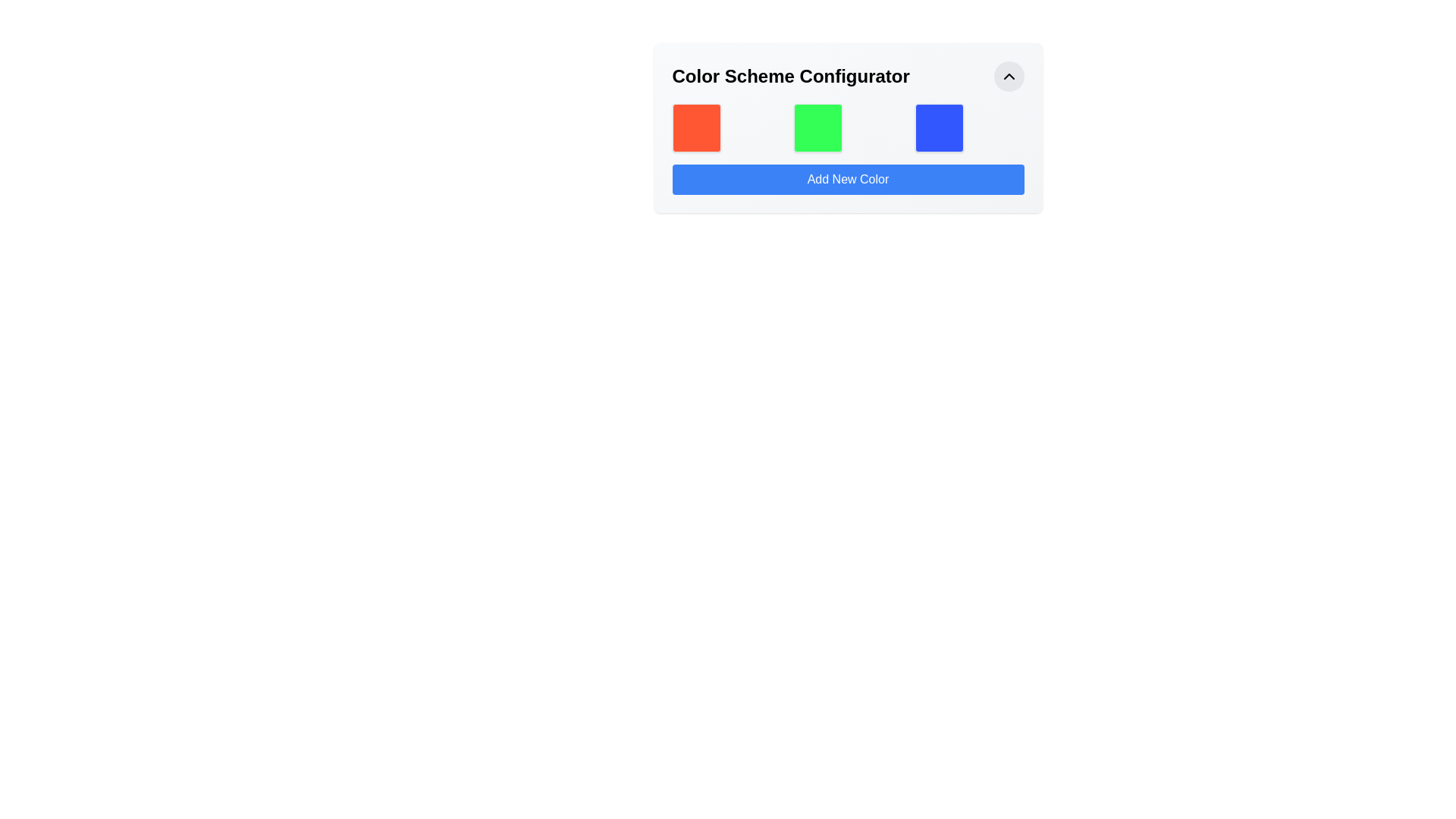  What do you see at coordinates (938, 127) in the screenshot?
I see `the third color selection tile in the 'Color Scheme Configurator' interface` at bounding box center [938, 127].